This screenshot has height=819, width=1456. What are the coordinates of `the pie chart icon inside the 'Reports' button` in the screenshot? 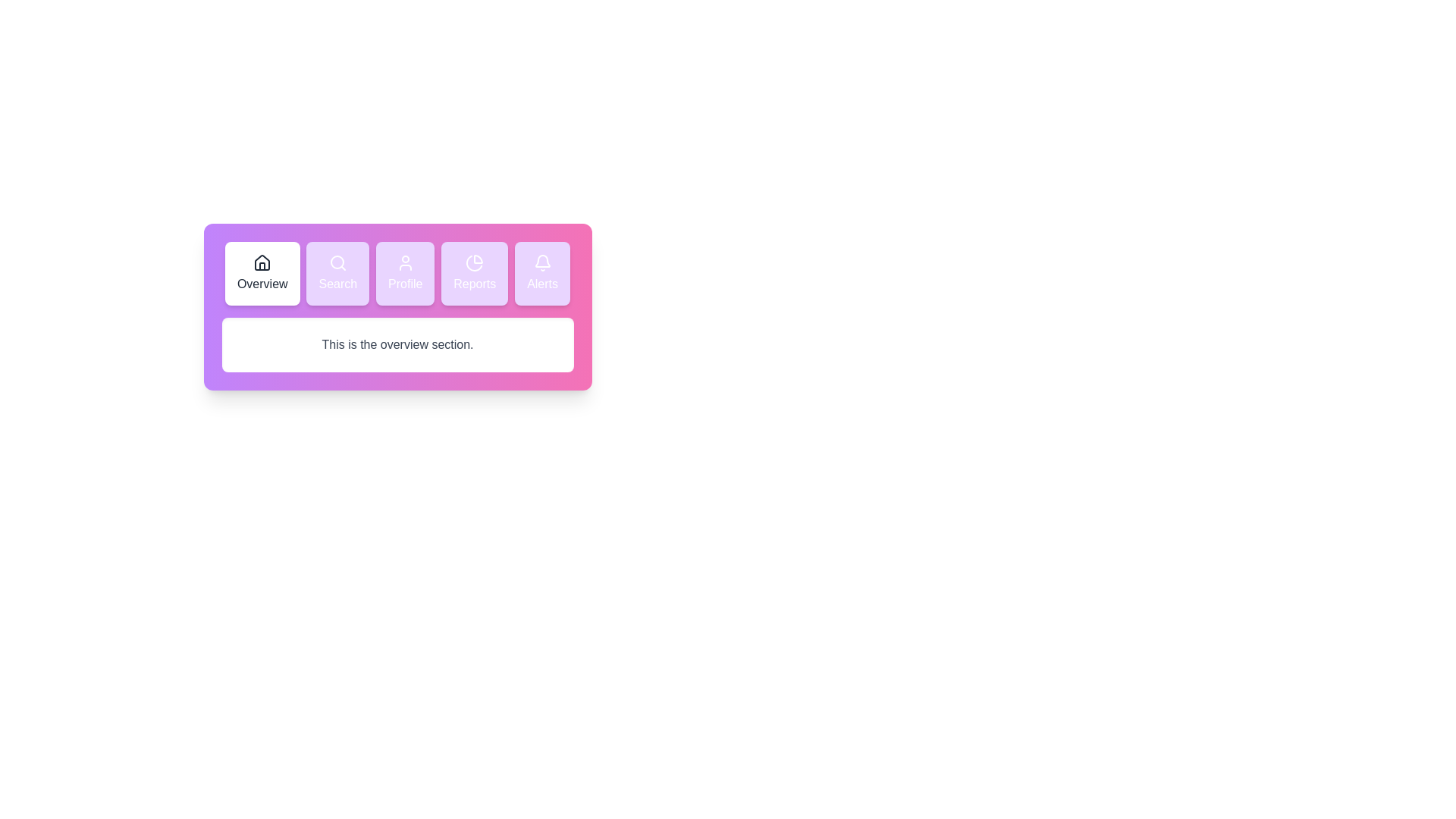 It's located at (474, 262).